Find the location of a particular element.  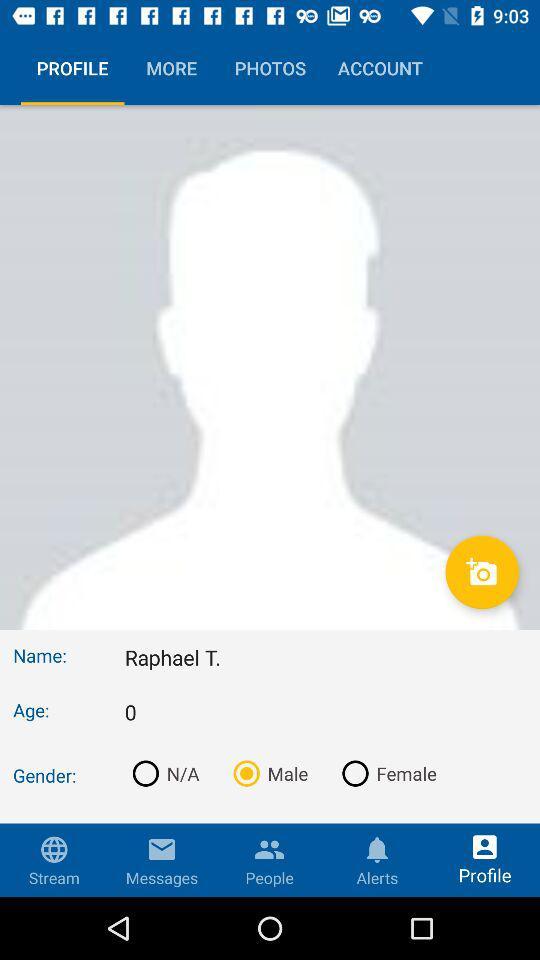

the item below 0 icon is located at coordinates (385, 772).